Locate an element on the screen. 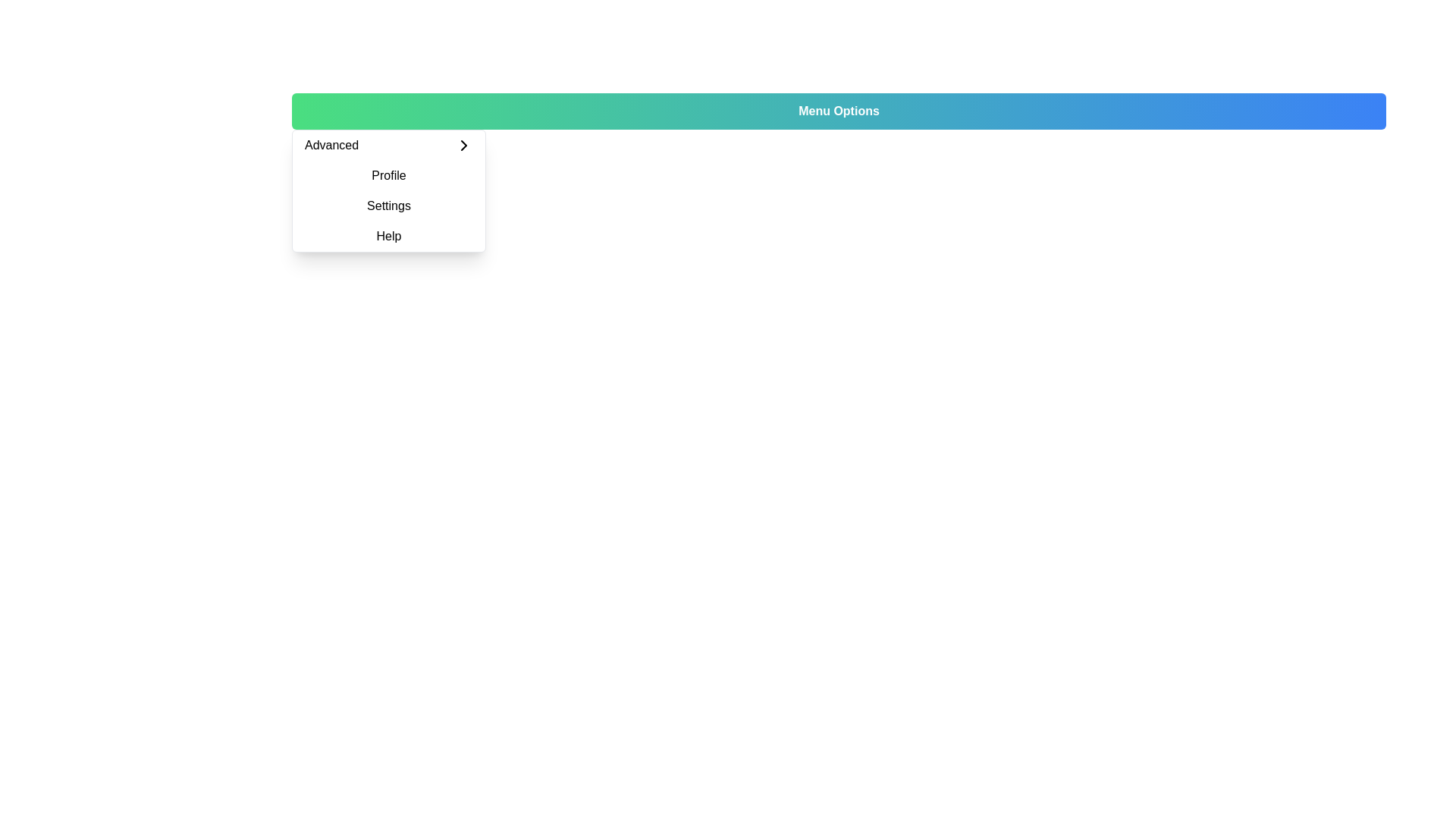 The image size is (1456, 819). the right-pointing arrow icon located immediately to the right of the 'Advanced' text in the drop-down menu is located at coordinates (463, 146).